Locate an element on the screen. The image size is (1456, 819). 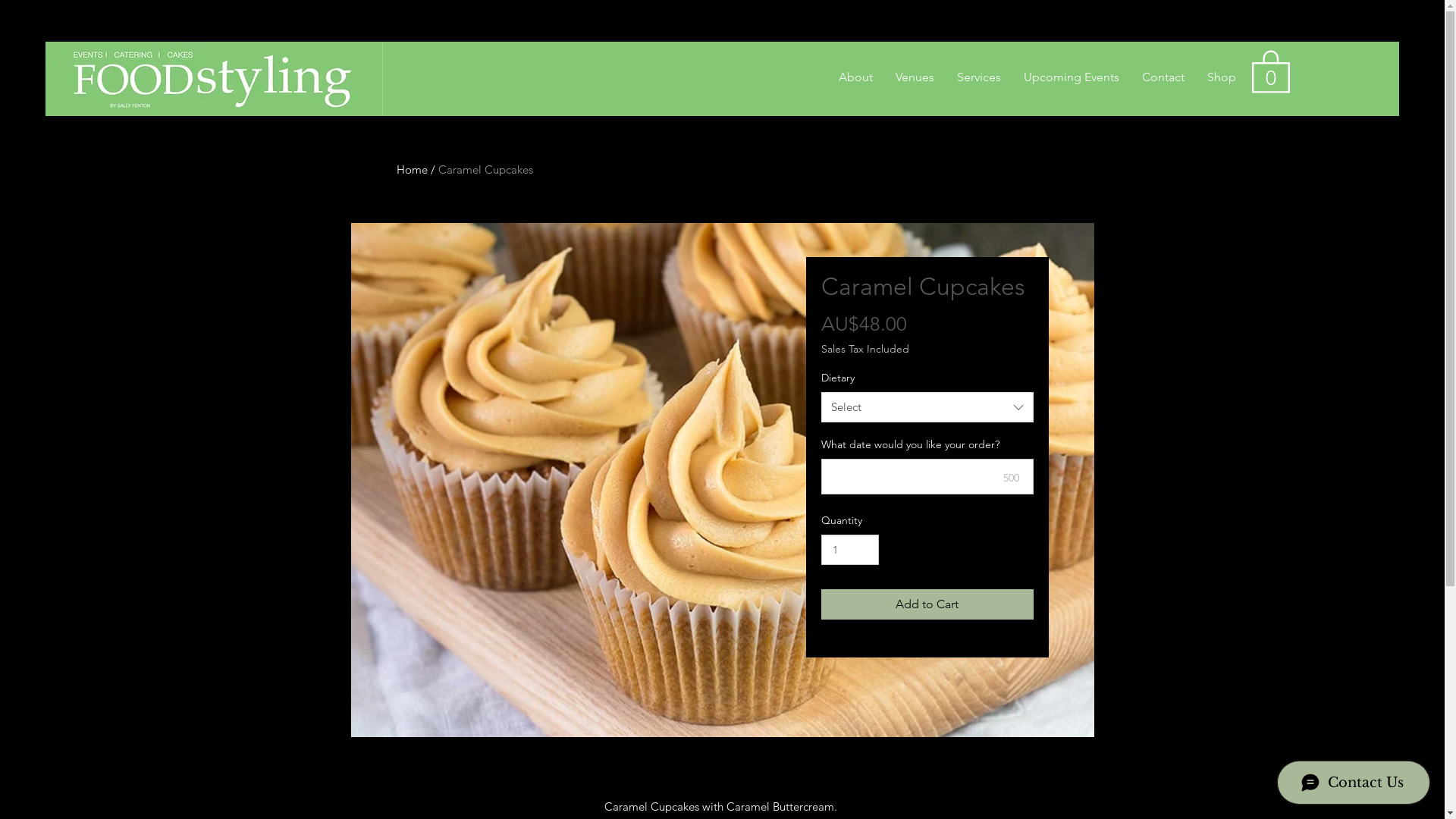
'Shop' is located at coordinates (1222, 77).